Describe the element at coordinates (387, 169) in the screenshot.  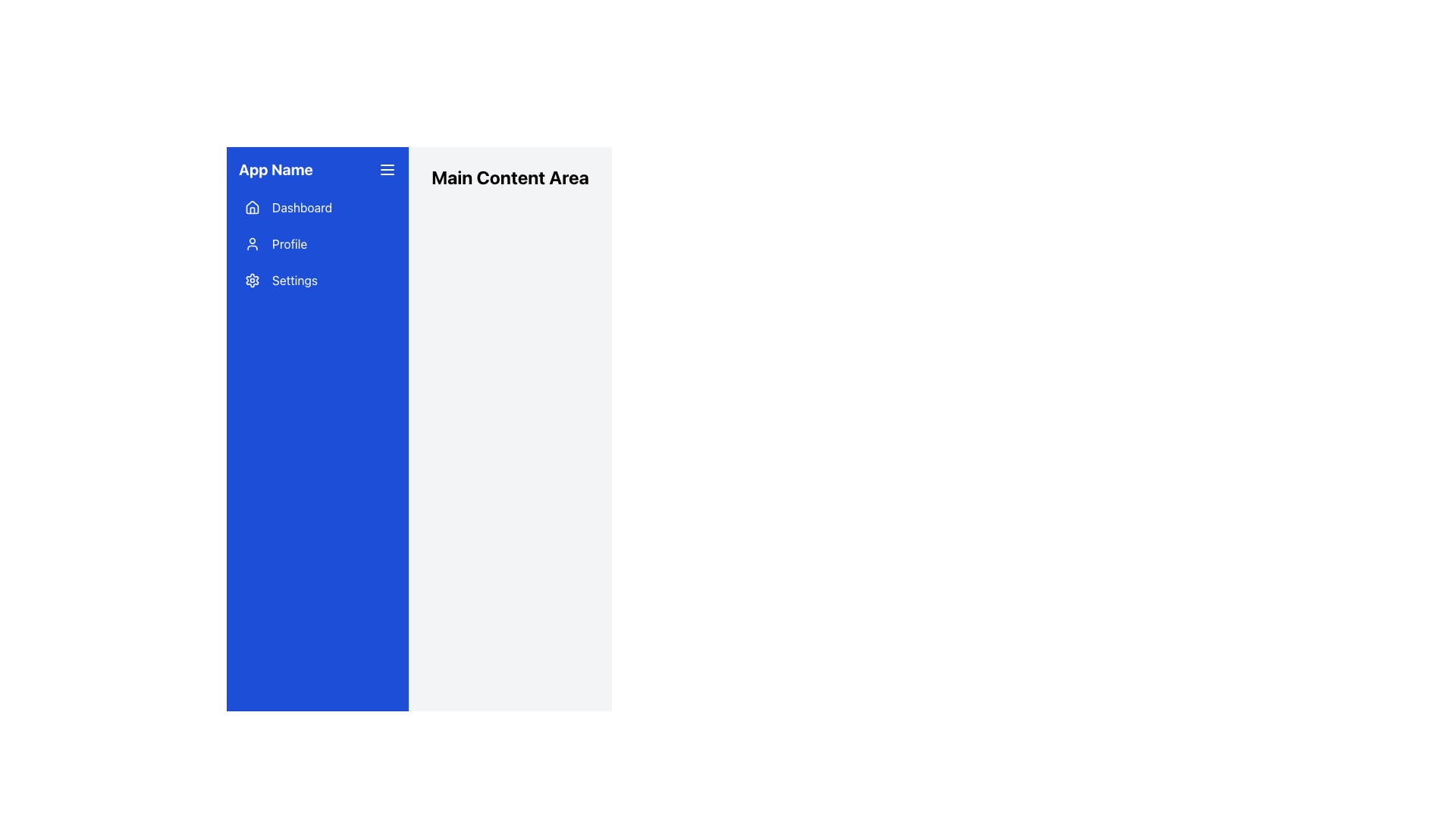
I see `the toggle button located at the top-right corner of the blue sidebar section` at that location.